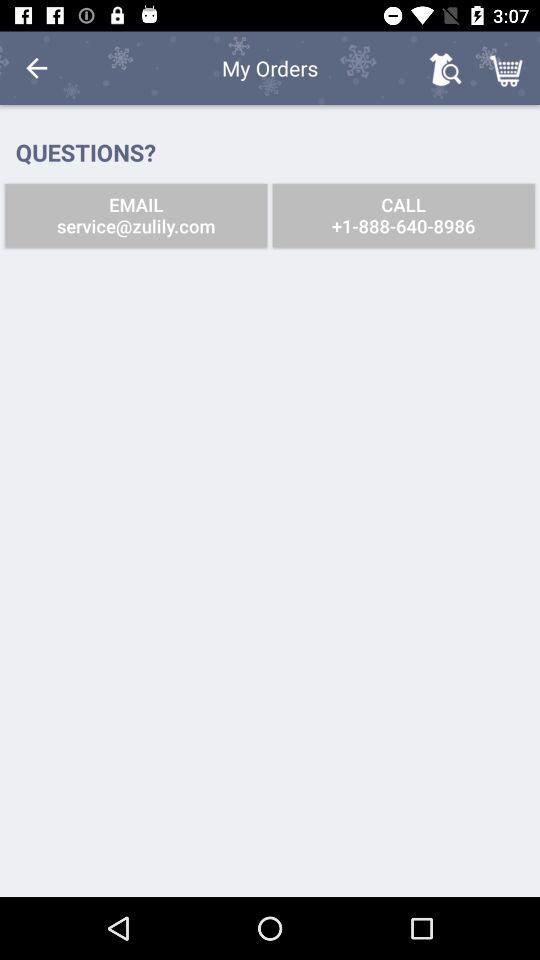 The image size is (540, 960). Describe the element at coordinates (36, 68) in the screenshot. I see `icon to the left of the my orders` at that location.